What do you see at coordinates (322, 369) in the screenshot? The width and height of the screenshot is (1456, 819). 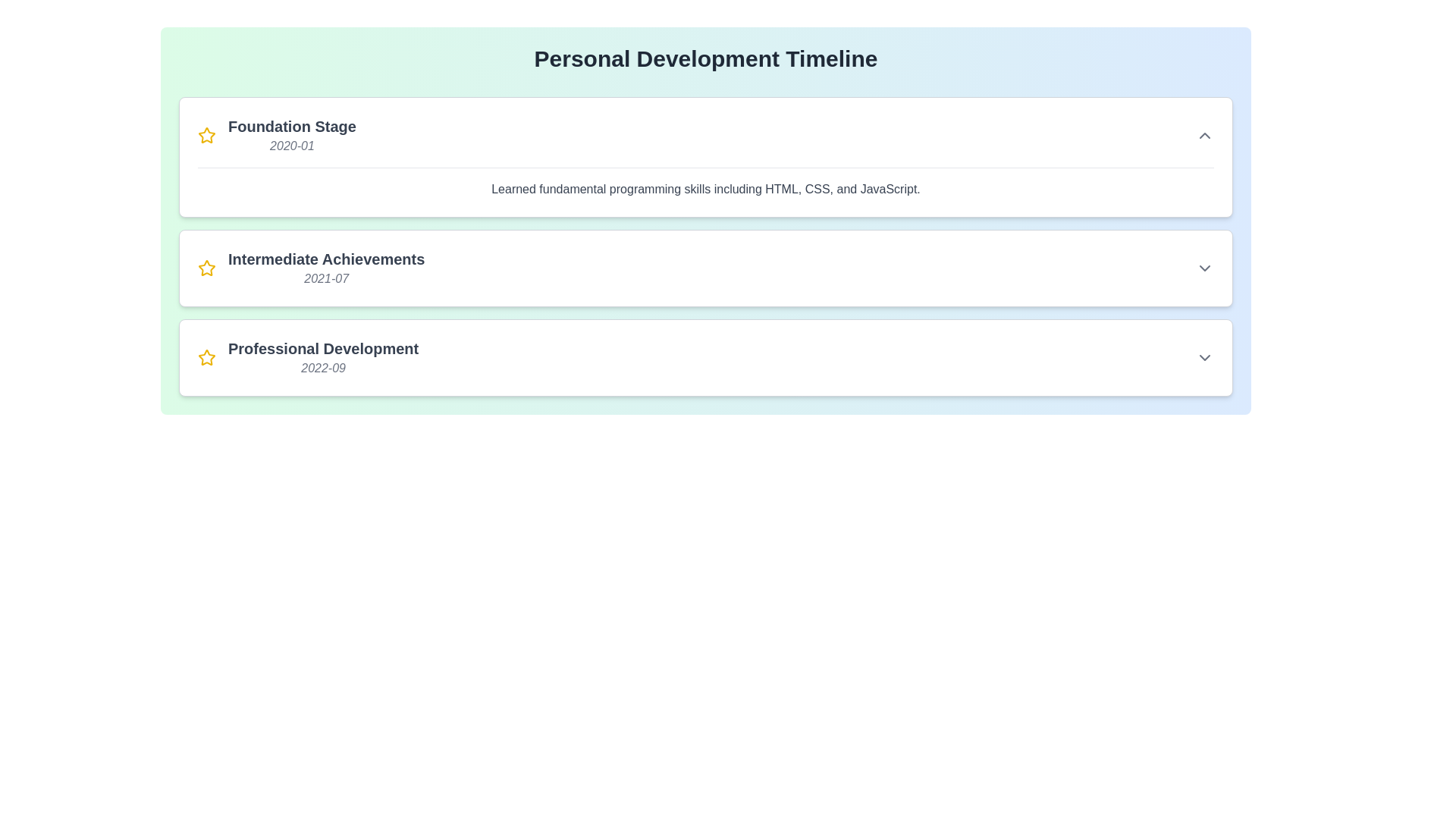 I see `the static text displaying '2022-09' in gray and italicized font, located centrally below the heading 'Professional Development'` at bounding box center [322, 369].